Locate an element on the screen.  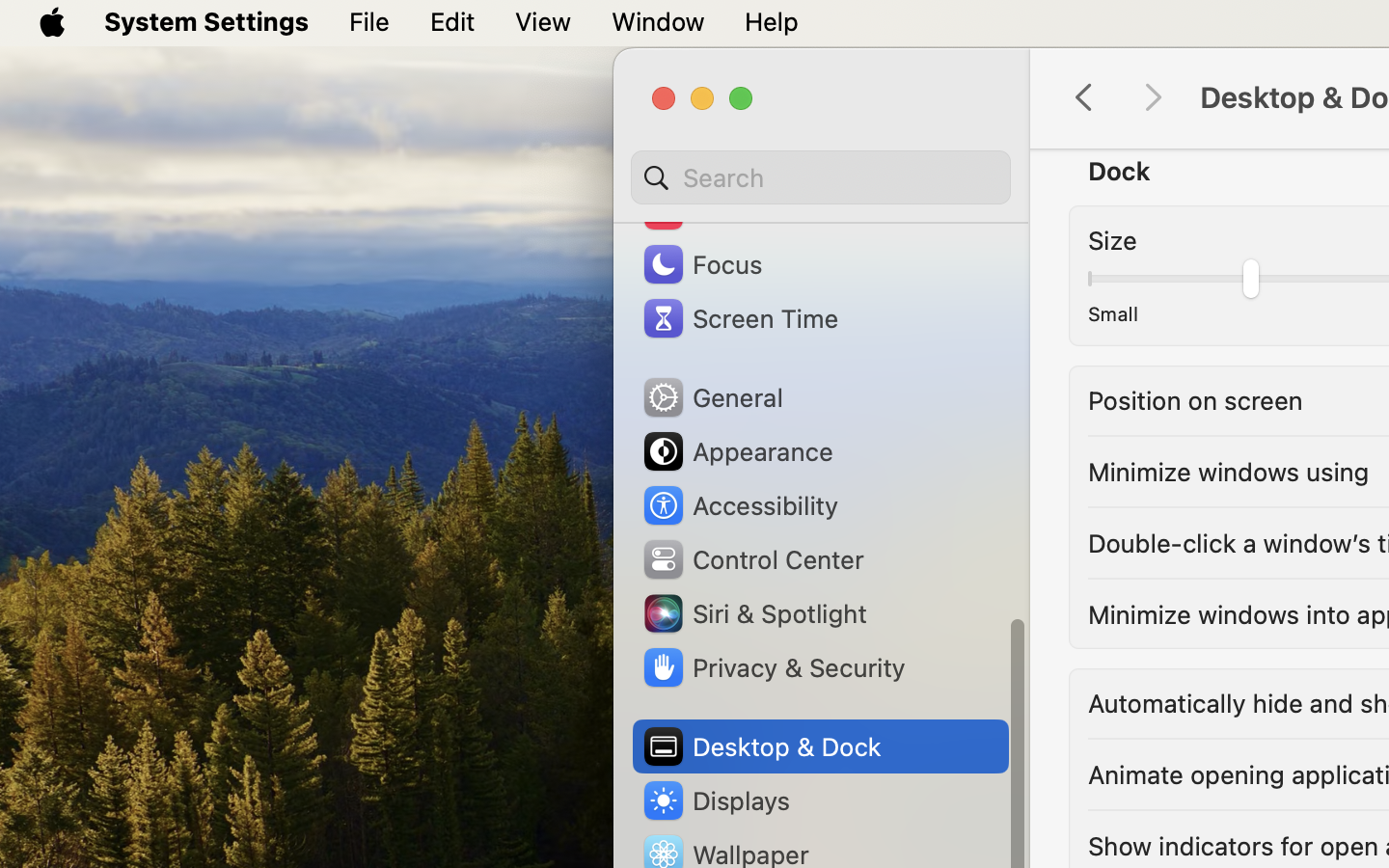
'Focus' is located at coordinates (700, 262).